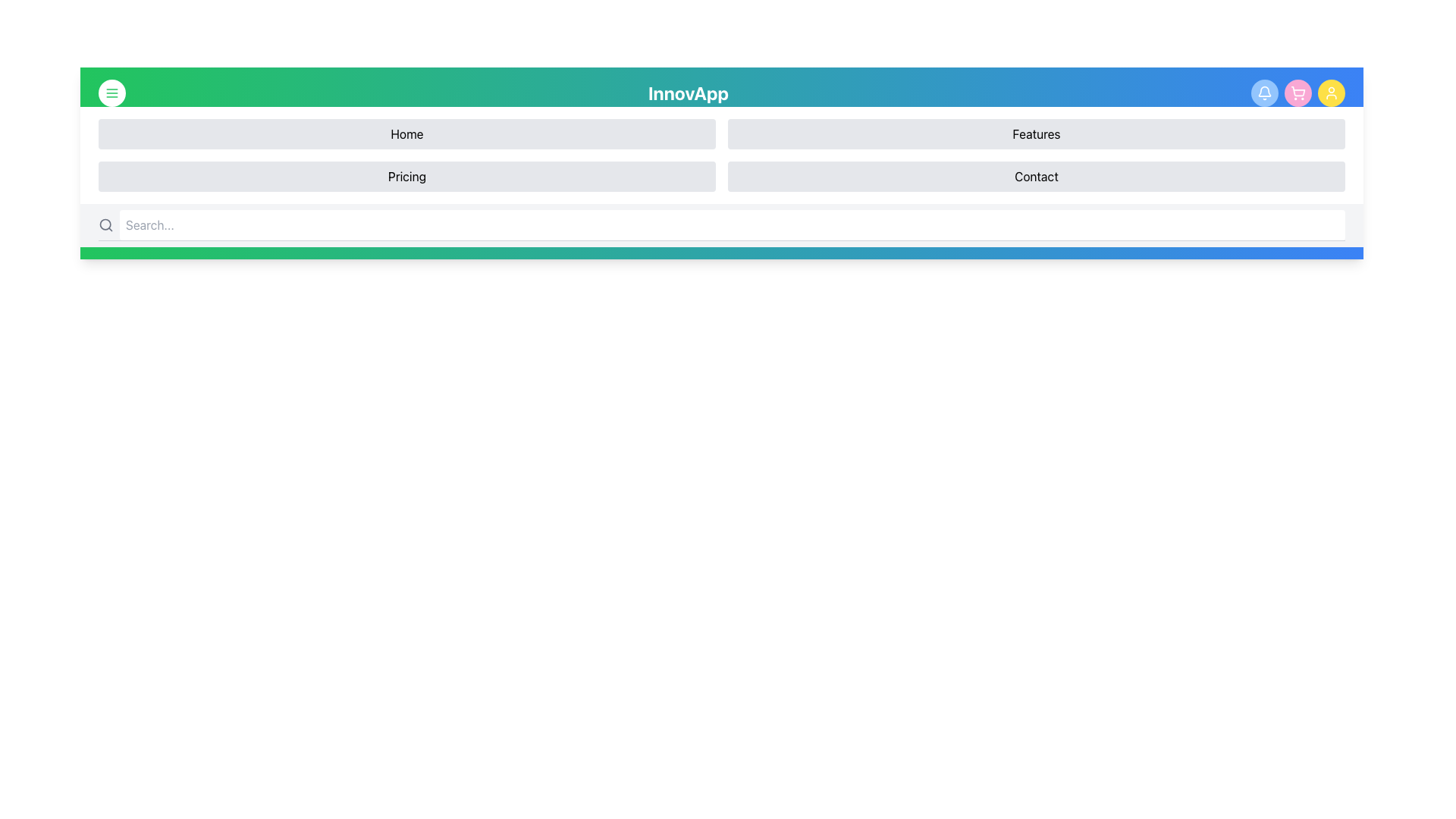  I want to click on the large, bold text label 'InnovApp' which is styled with a modern sans-serif font and has a white color, centered in the navigation bar with a gradient background, so click(687, 93).